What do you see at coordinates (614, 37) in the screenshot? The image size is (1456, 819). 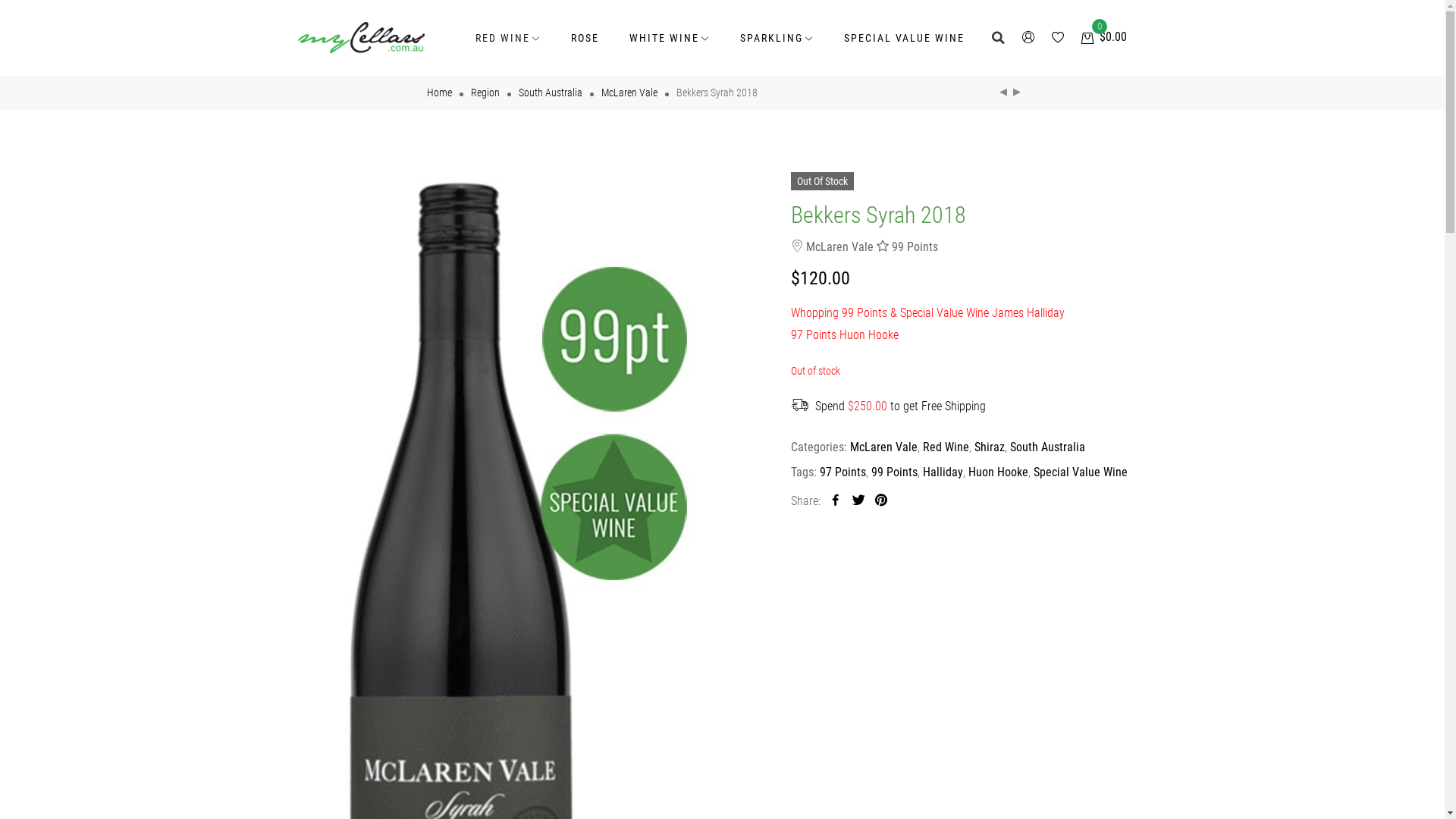 I see `'WHITE WINE'` at bounding box center [614, 37].